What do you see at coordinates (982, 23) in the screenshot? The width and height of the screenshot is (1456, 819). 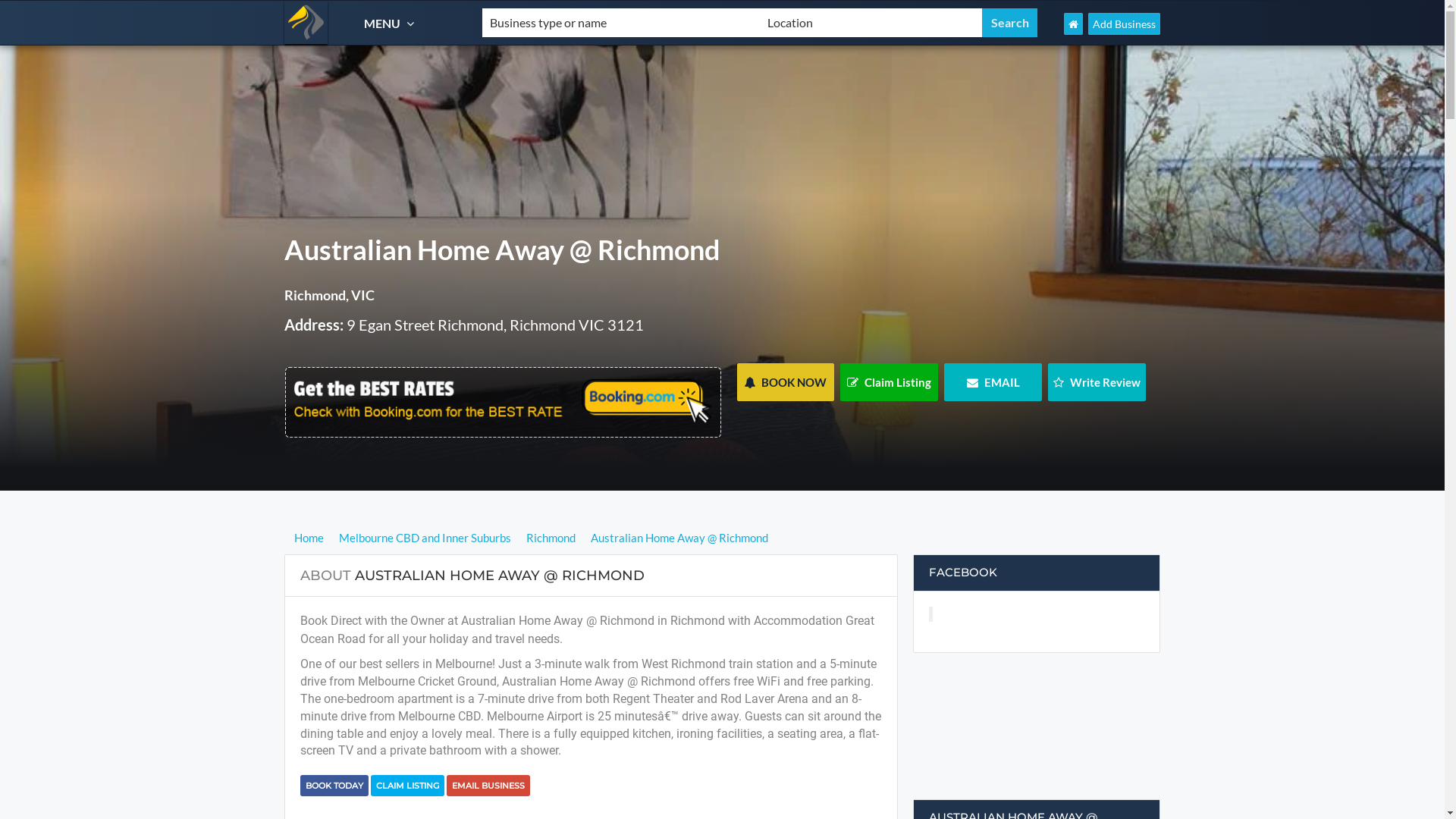 I see `'Search'` at bounding box center [982, 23].